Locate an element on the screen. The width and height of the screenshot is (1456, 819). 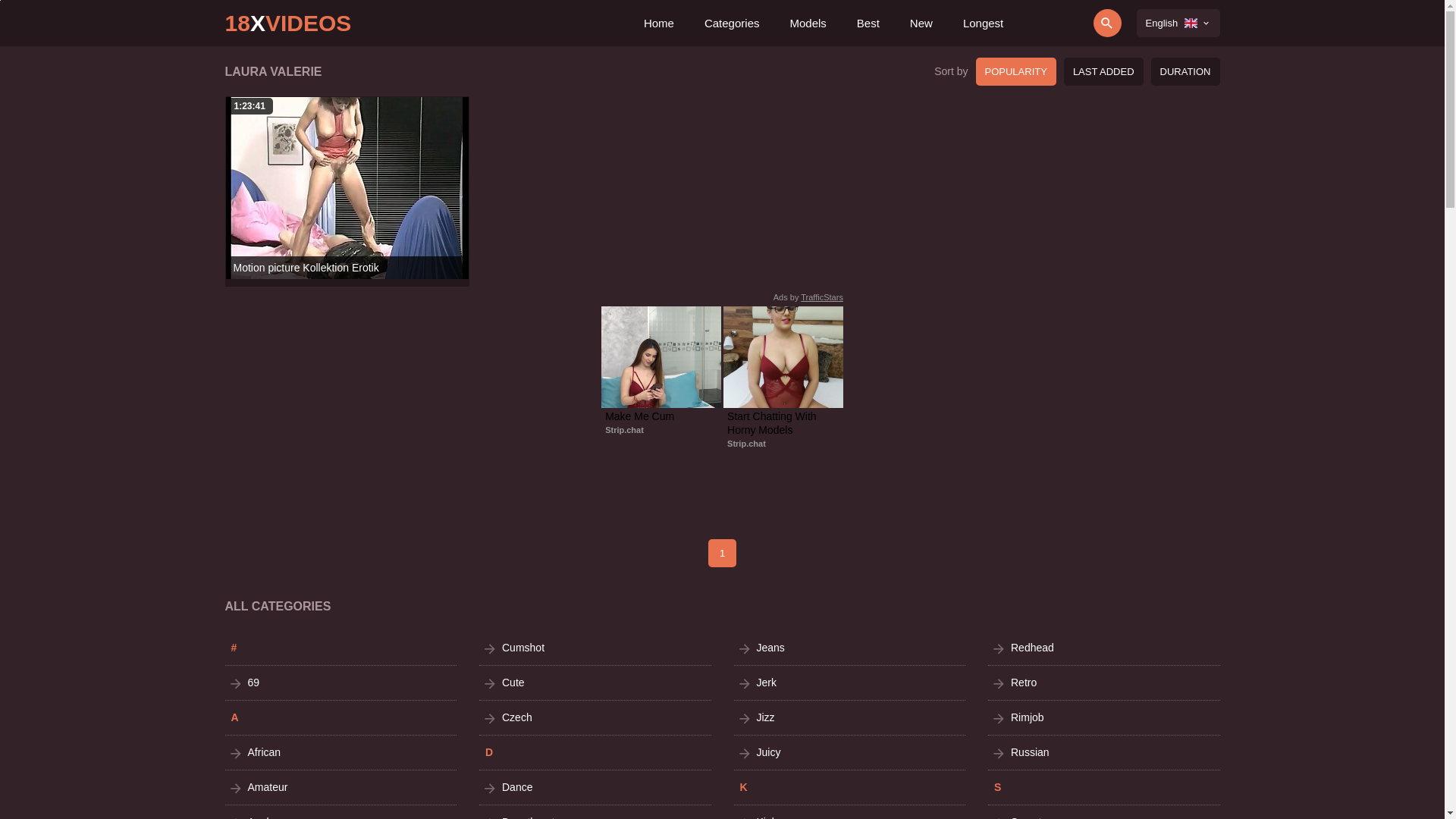
'1' is located at coordinates (721, 553).